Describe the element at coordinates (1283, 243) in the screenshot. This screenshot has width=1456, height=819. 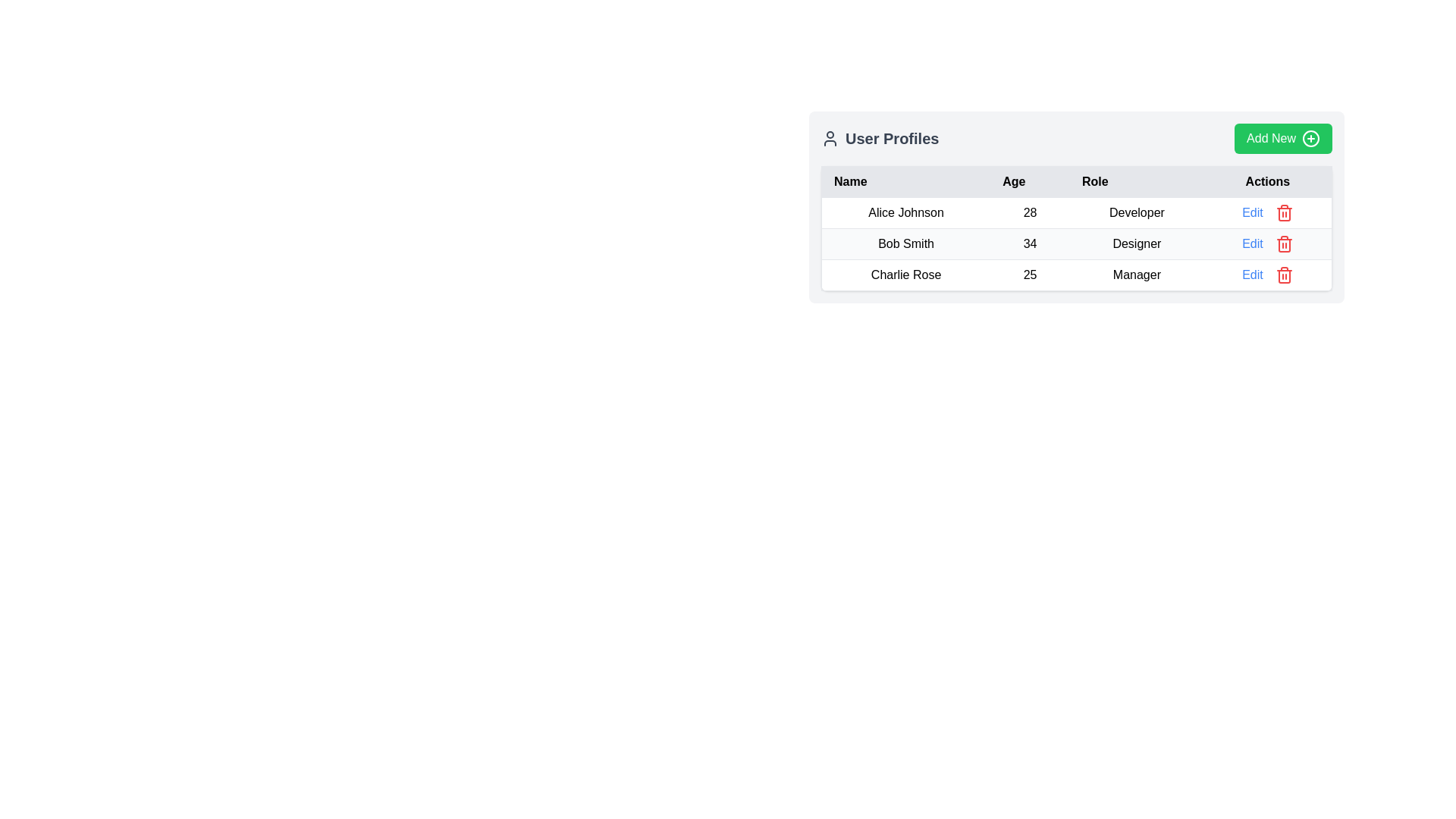
I see `the red-colored trash bin icon button located in the 'Actions' column of the second row` at that location.